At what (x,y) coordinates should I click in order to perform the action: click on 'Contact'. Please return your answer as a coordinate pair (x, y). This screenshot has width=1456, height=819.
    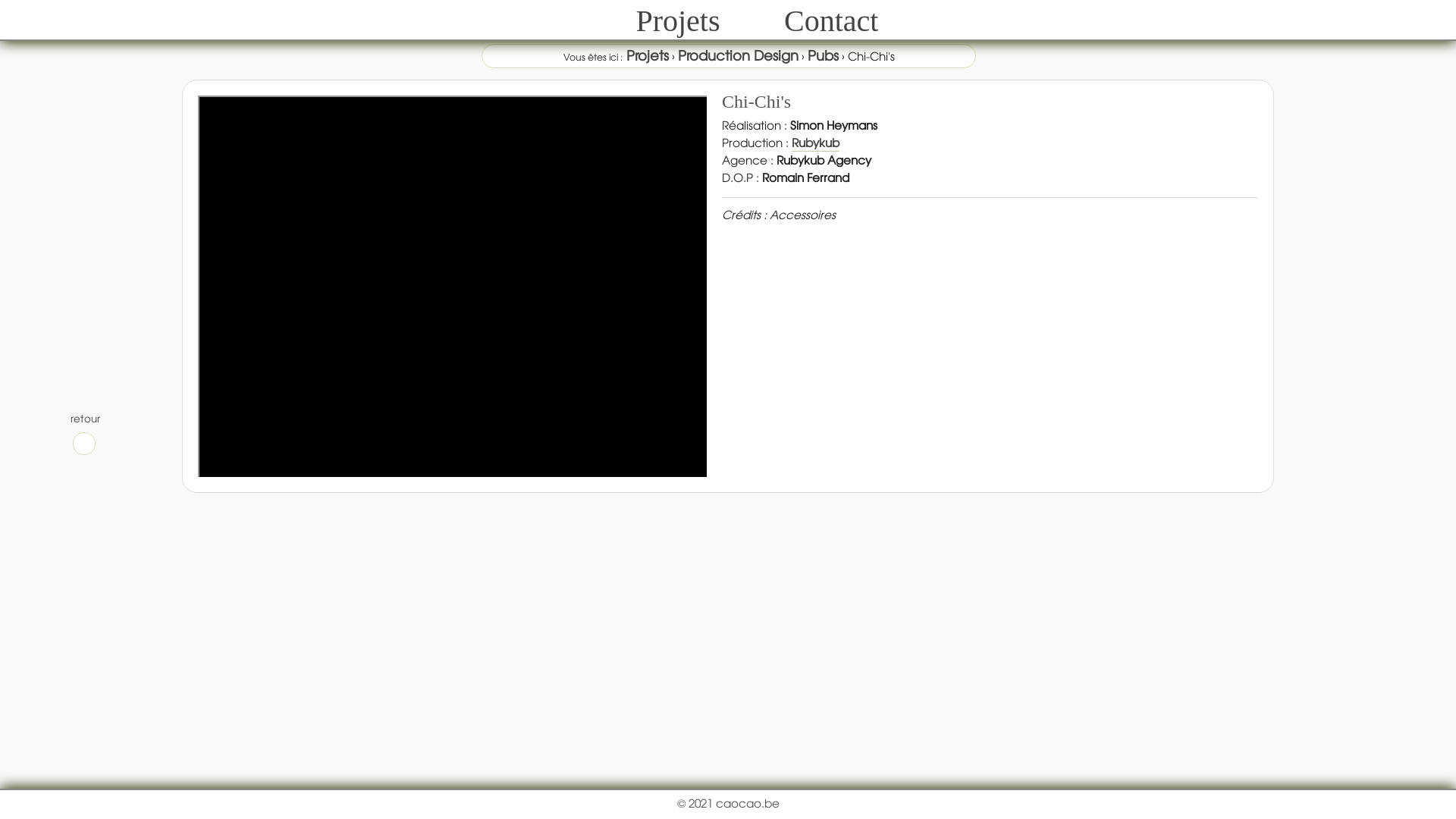
    Looking at the image, I should click on (830, 20).